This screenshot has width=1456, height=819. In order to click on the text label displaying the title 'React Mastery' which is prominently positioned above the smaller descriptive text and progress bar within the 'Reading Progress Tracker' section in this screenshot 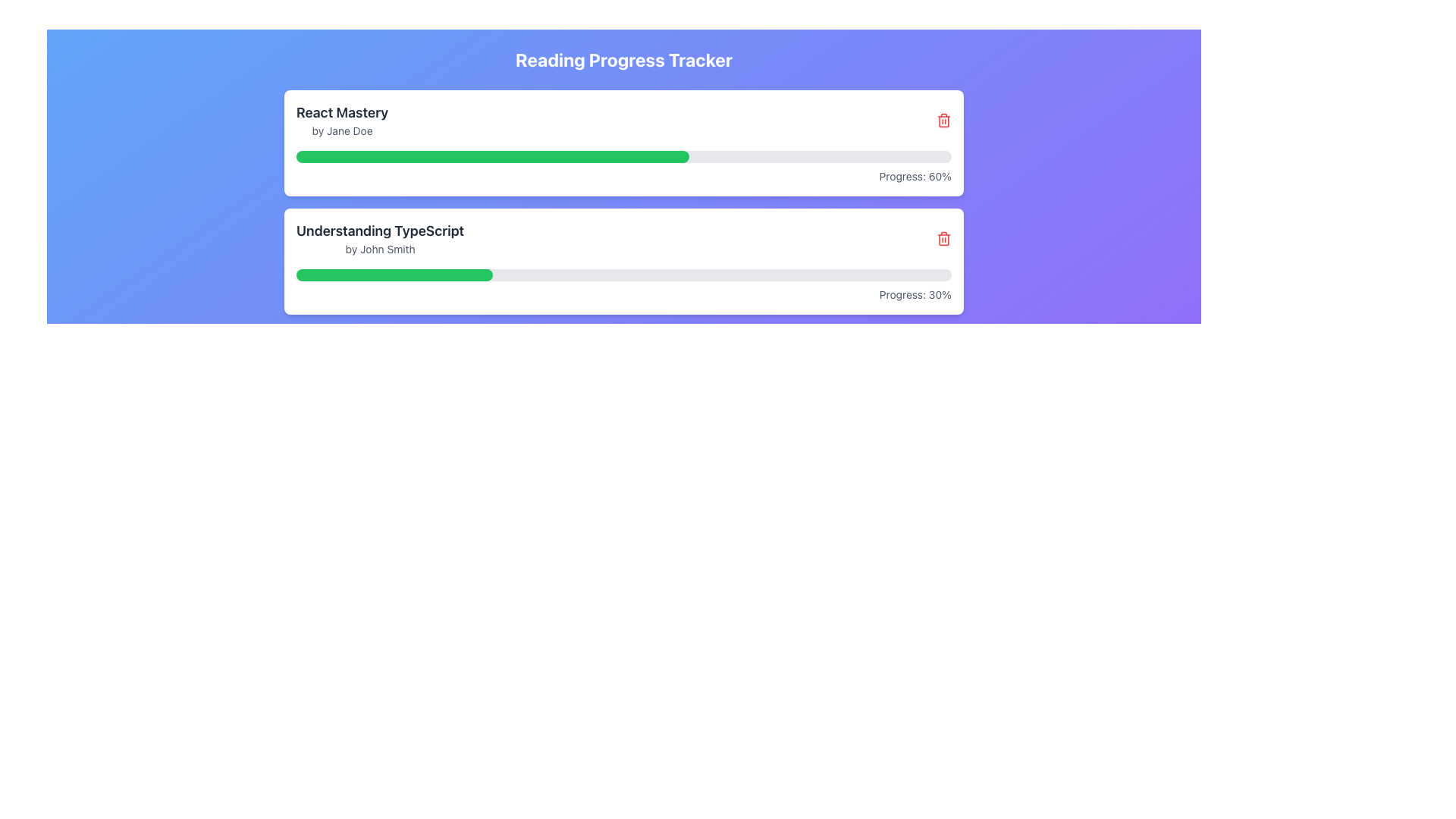, I will do `click(341, 112)`.